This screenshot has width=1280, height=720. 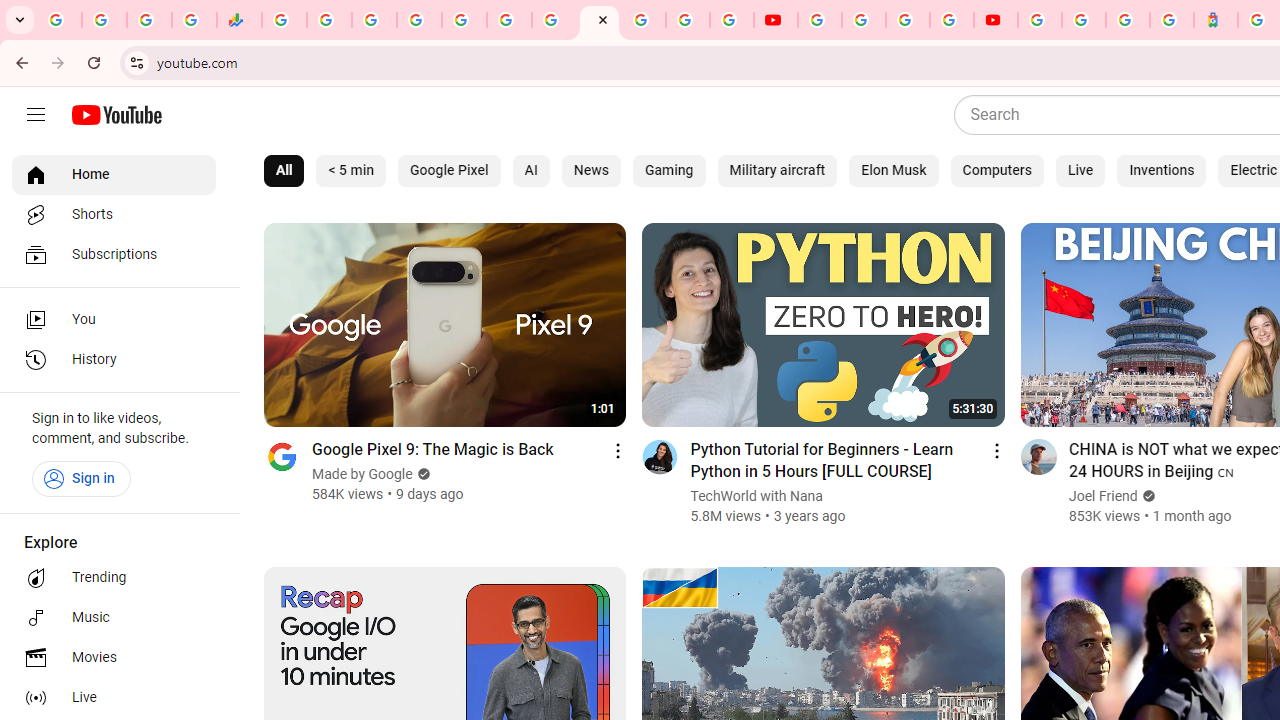 I want to click on 'Elon Musk', so click(x=893, y=170).